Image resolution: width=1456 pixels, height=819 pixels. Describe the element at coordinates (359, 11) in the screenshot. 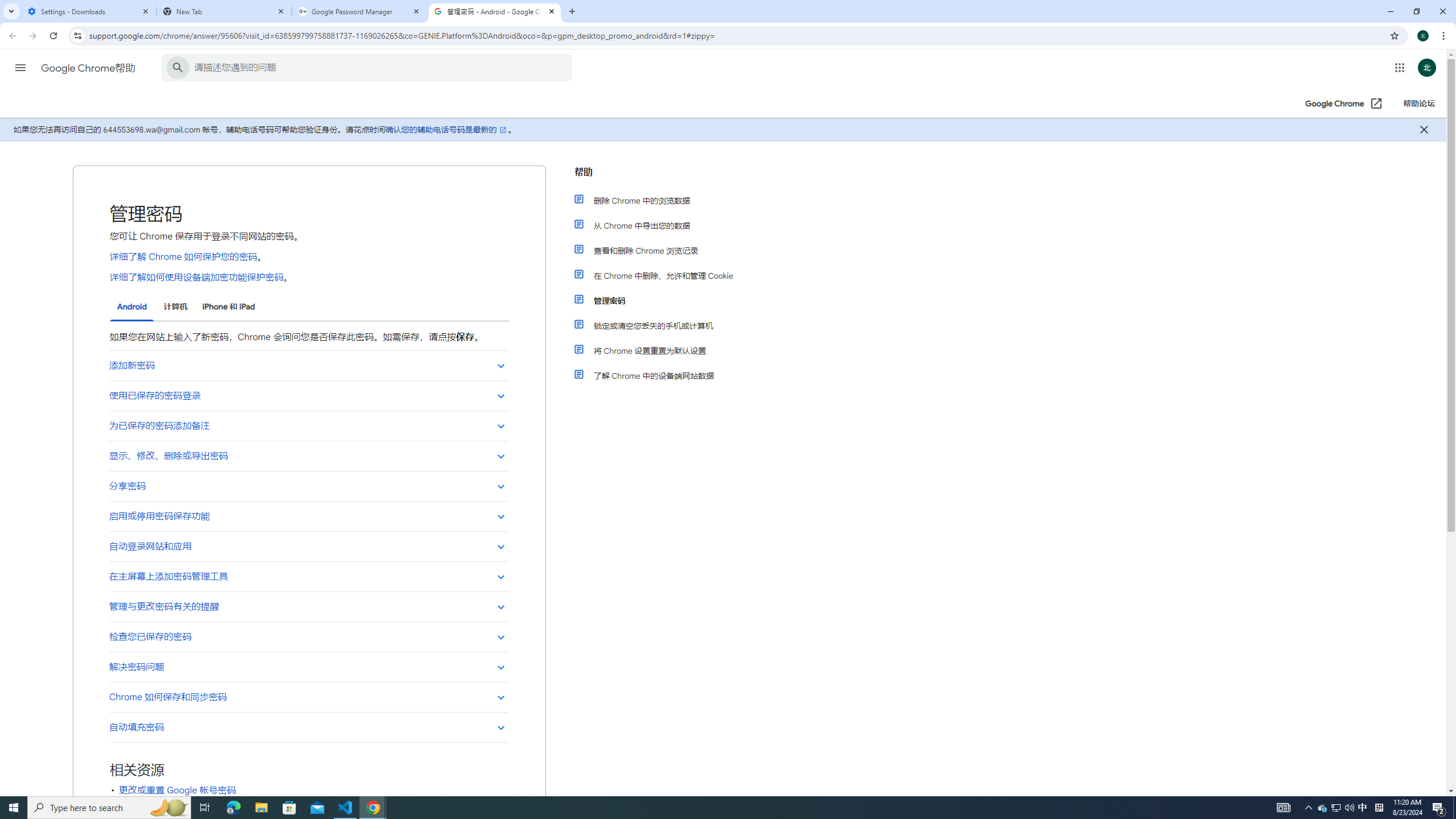

I see `'Google Password Manager'` at that location.